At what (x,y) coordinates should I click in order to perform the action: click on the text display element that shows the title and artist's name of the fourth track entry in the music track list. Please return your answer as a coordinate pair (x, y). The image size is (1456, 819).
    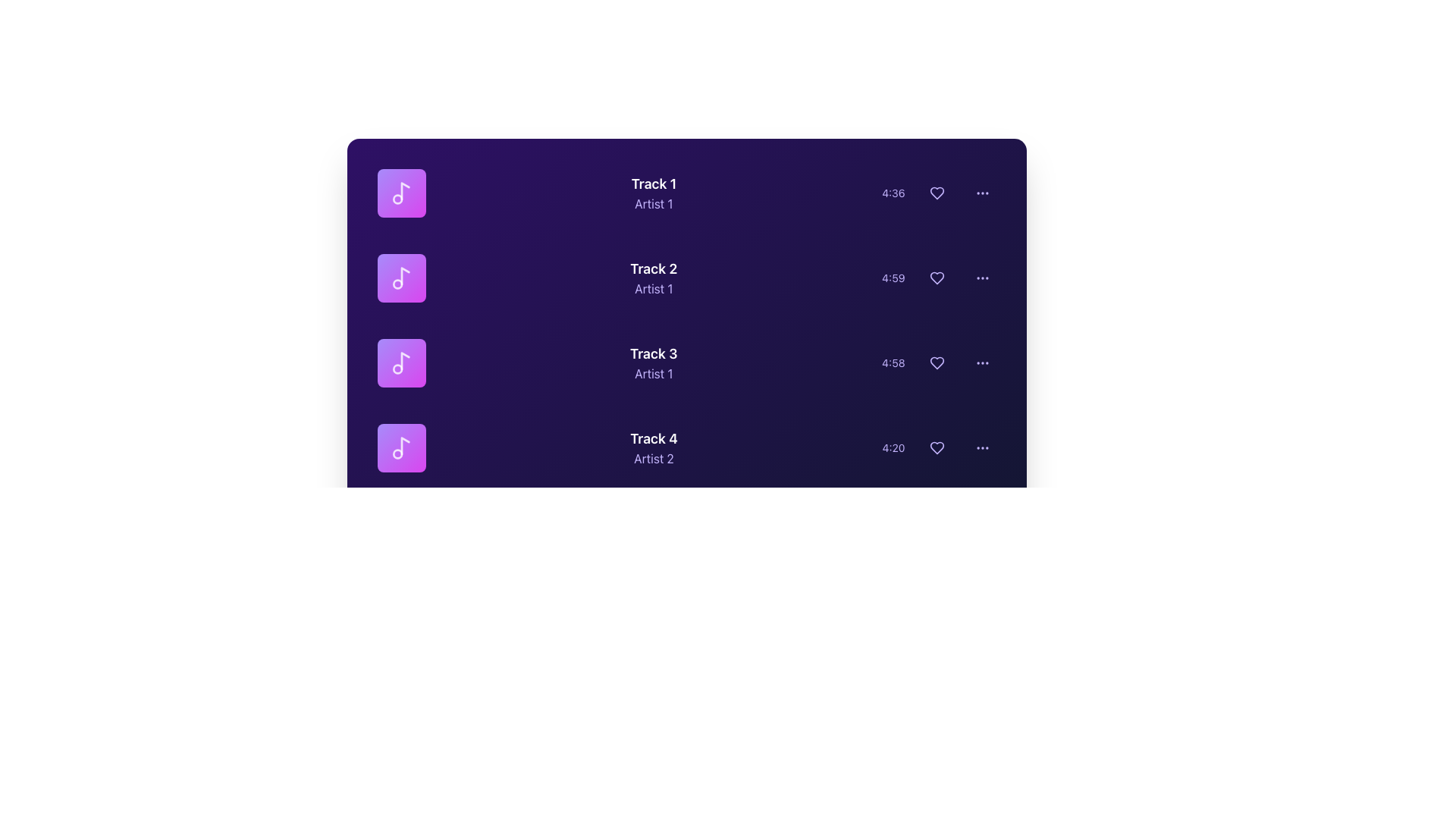
    Looking at the image, I should click on (654, 447).